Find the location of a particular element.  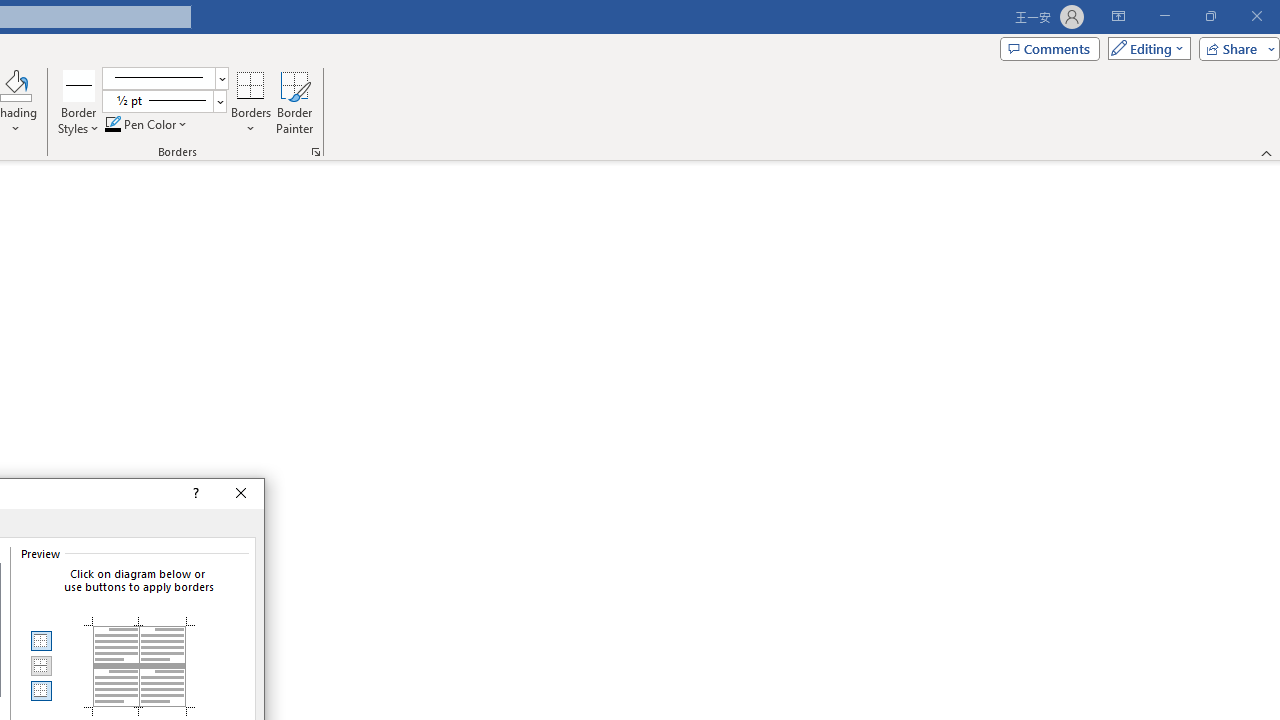

'Border Styles' is located at coordinates (79, 84).